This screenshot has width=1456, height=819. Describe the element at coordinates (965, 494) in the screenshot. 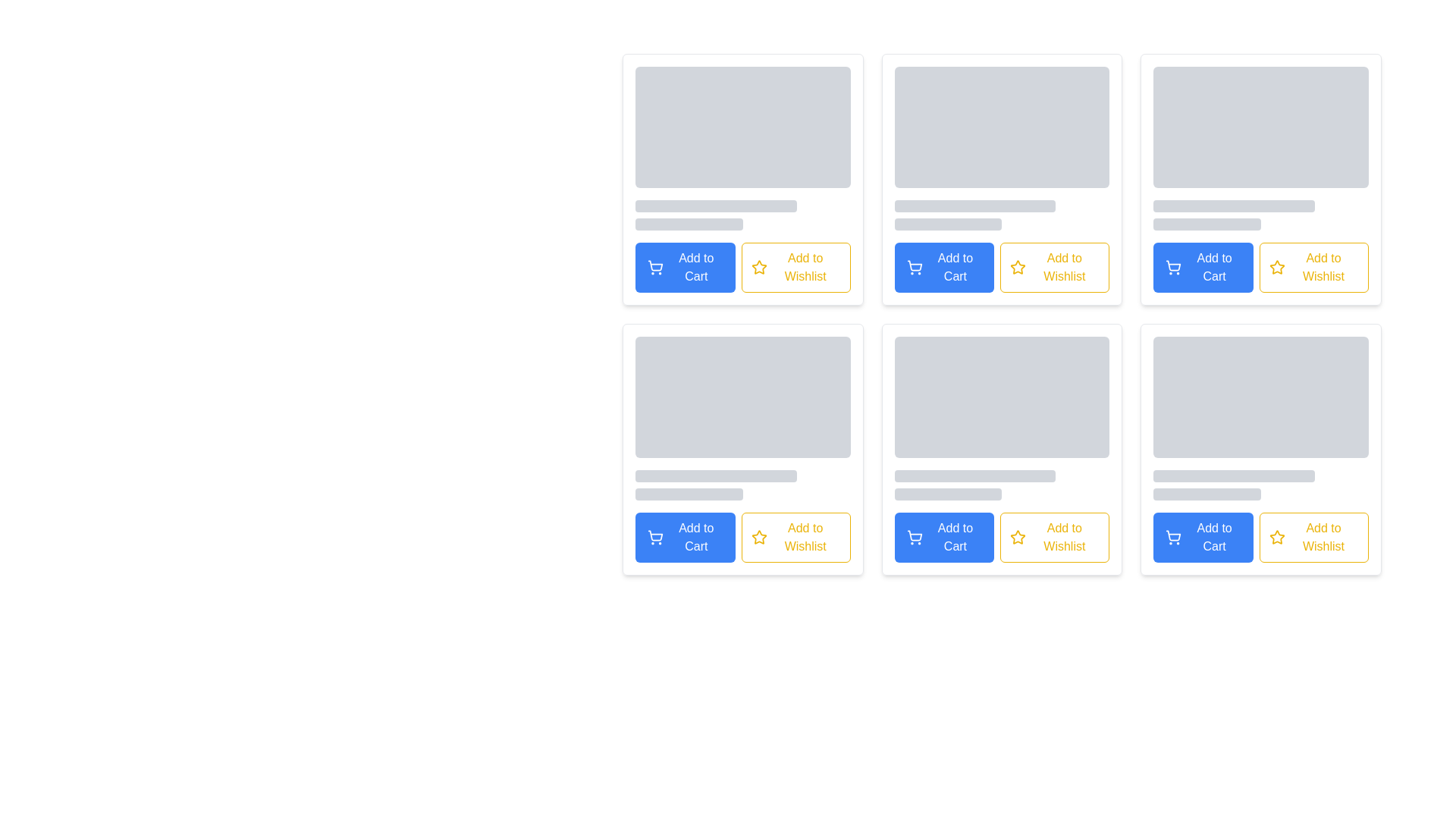

I see `the slider position` at that location.